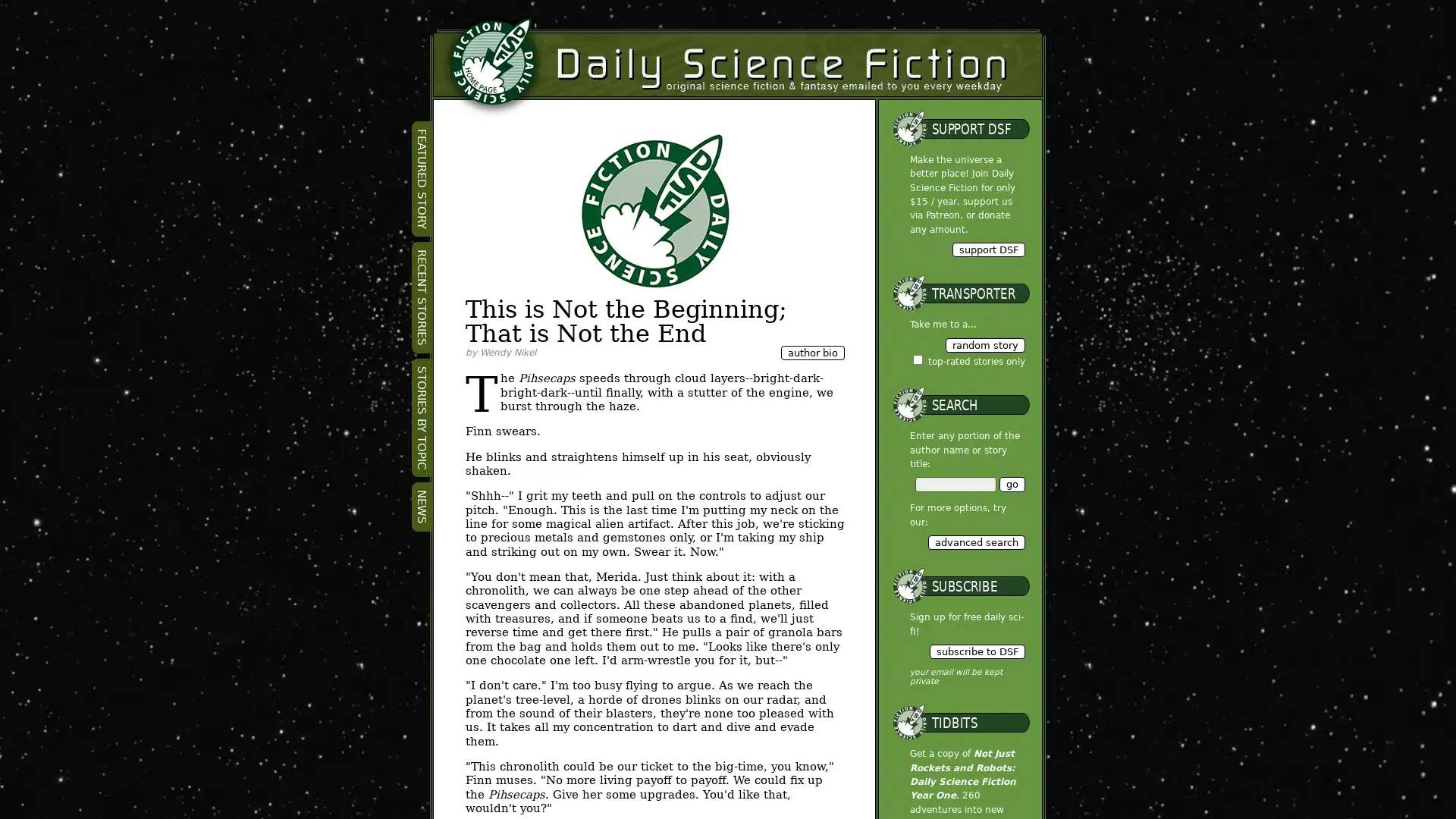 The width and height of the screenshot is (1456, 819). What do you see at coordinates (975, 541) in the screenshot?
I see `advanced search` at bounding box center [975, 541].